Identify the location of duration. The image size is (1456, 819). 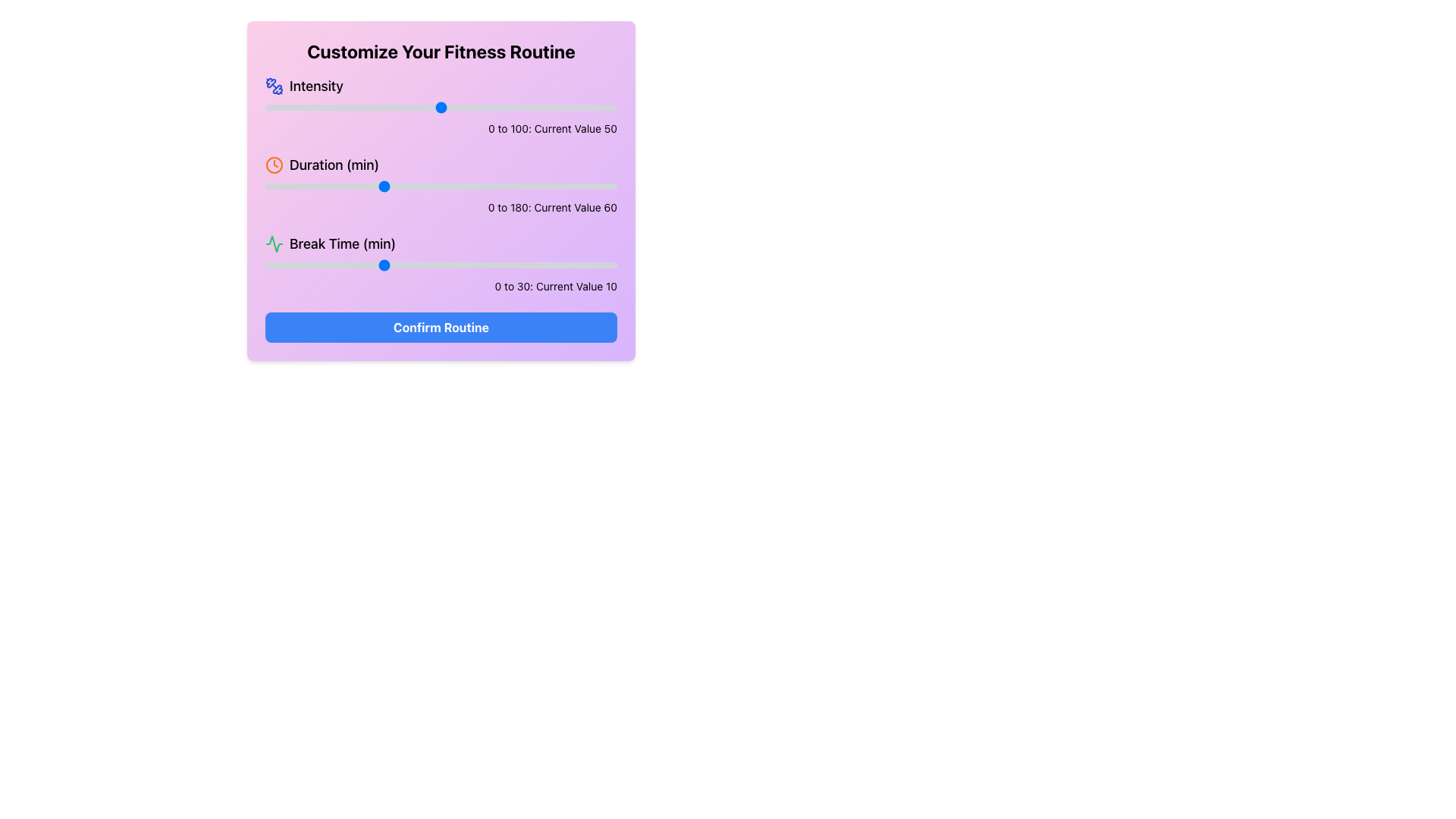
(425, 186).